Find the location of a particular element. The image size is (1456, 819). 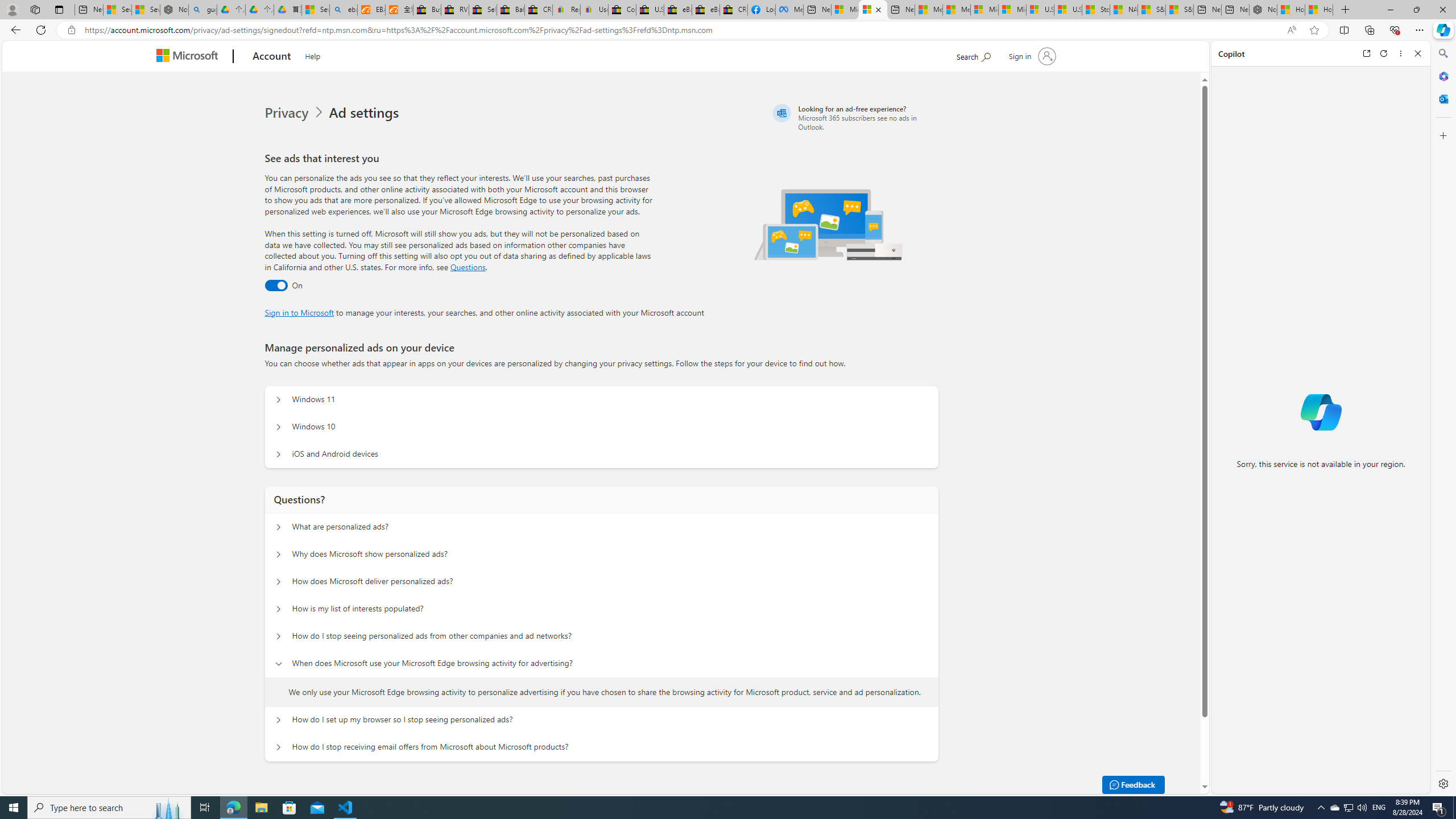

'Open link in new tab' is located at coordinates (1366, 53).